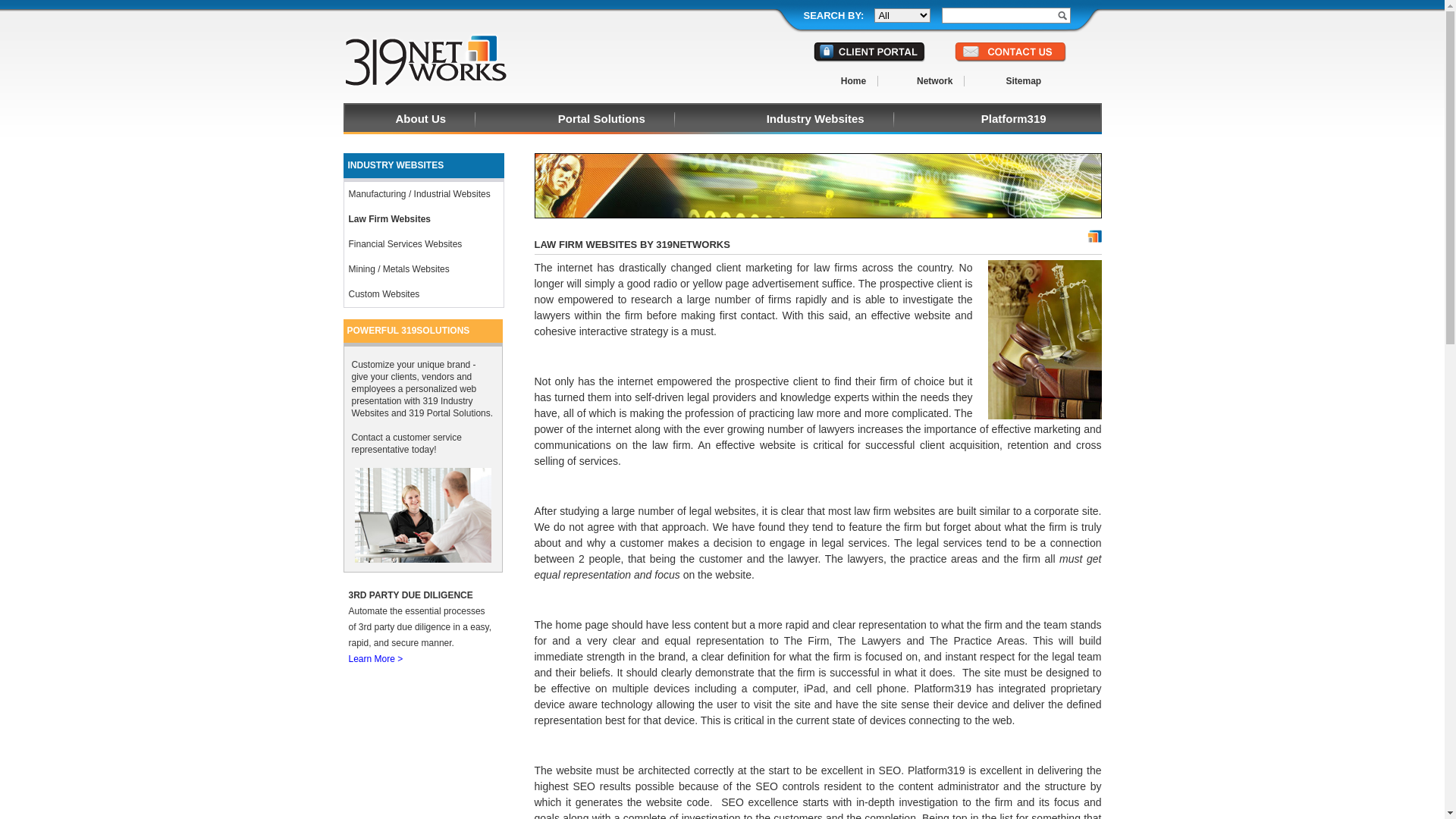 The width and height of the screenshot is (1456, 819). Describe the element at coordinates (341, 167) in the screenshot. I see `'INDUSTRY WEBSITES'` at that location.